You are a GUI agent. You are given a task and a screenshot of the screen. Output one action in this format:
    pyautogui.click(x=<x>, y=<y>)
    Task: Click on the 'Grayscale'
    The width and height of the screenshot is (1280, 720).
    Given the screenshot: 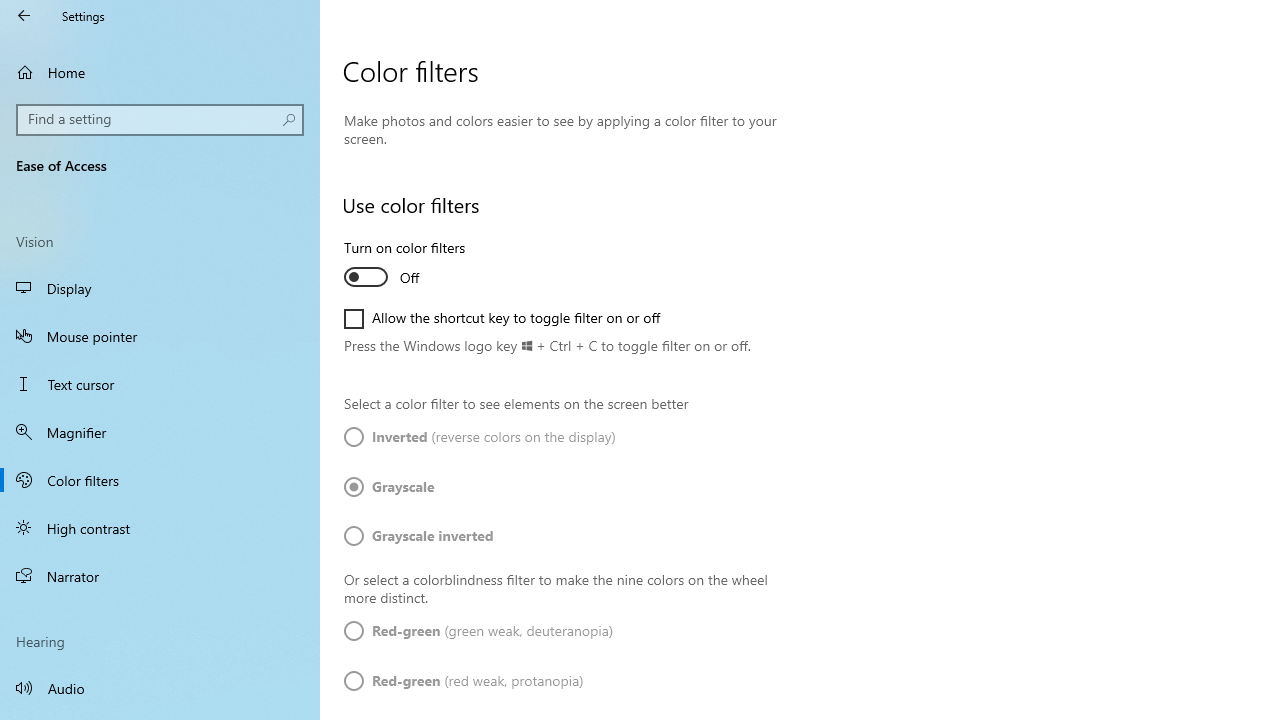 What is the action you would take?
    pyautogui.click(x=402, y=487)
    